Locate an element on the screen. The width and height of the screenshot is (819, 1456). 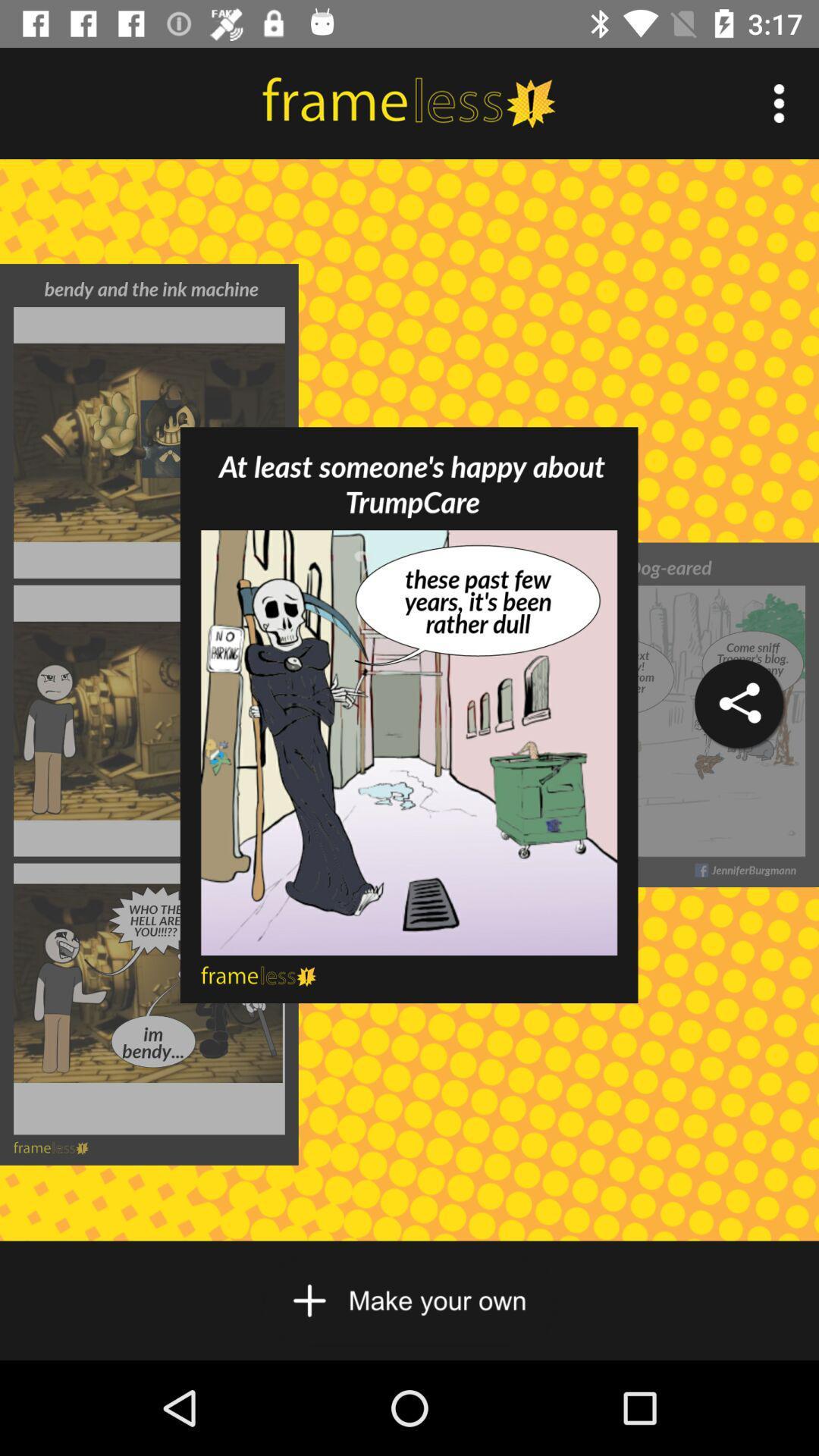
new frame is located at coordinates (408, 1300).